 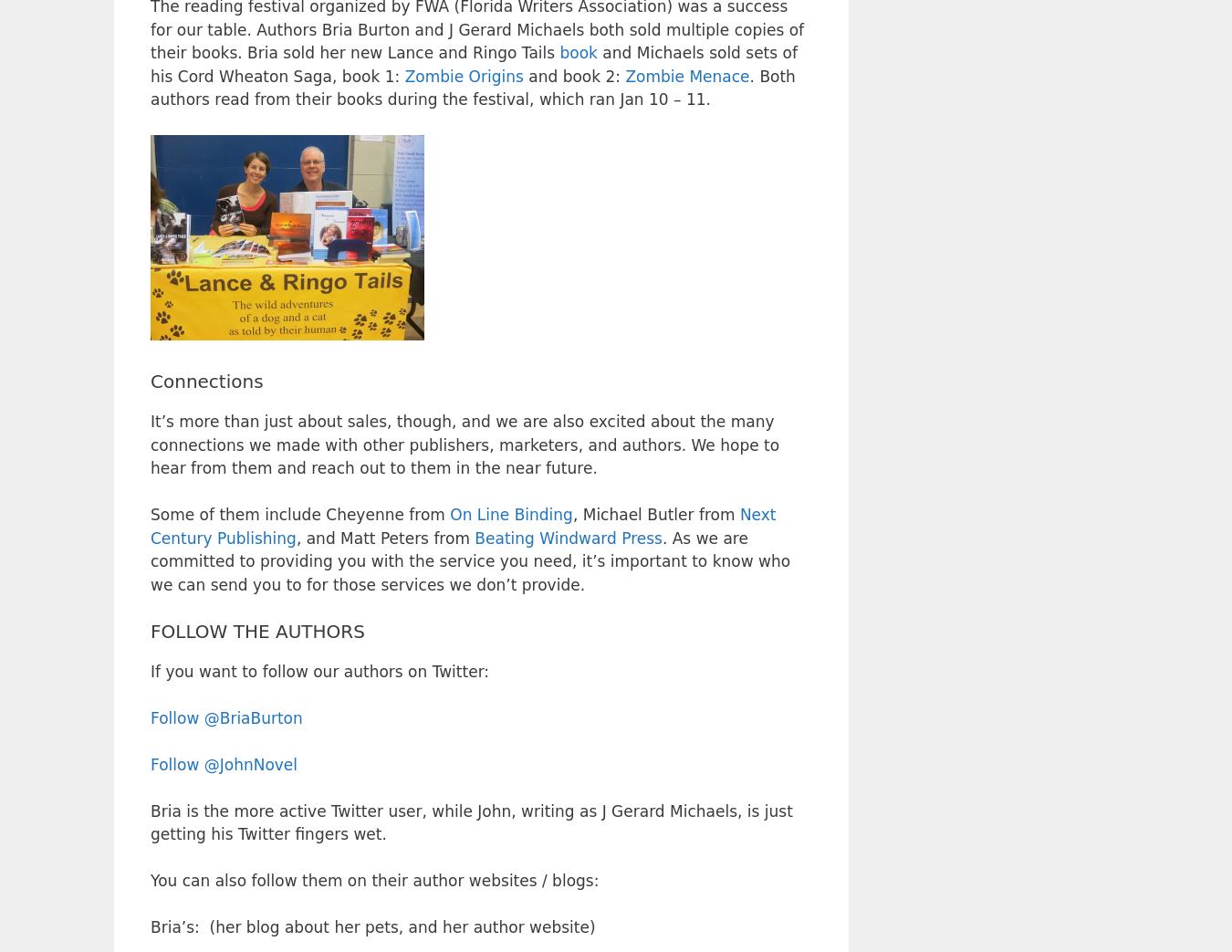 I want to click on 'Zombie Menace', so click(x=686, y=76).